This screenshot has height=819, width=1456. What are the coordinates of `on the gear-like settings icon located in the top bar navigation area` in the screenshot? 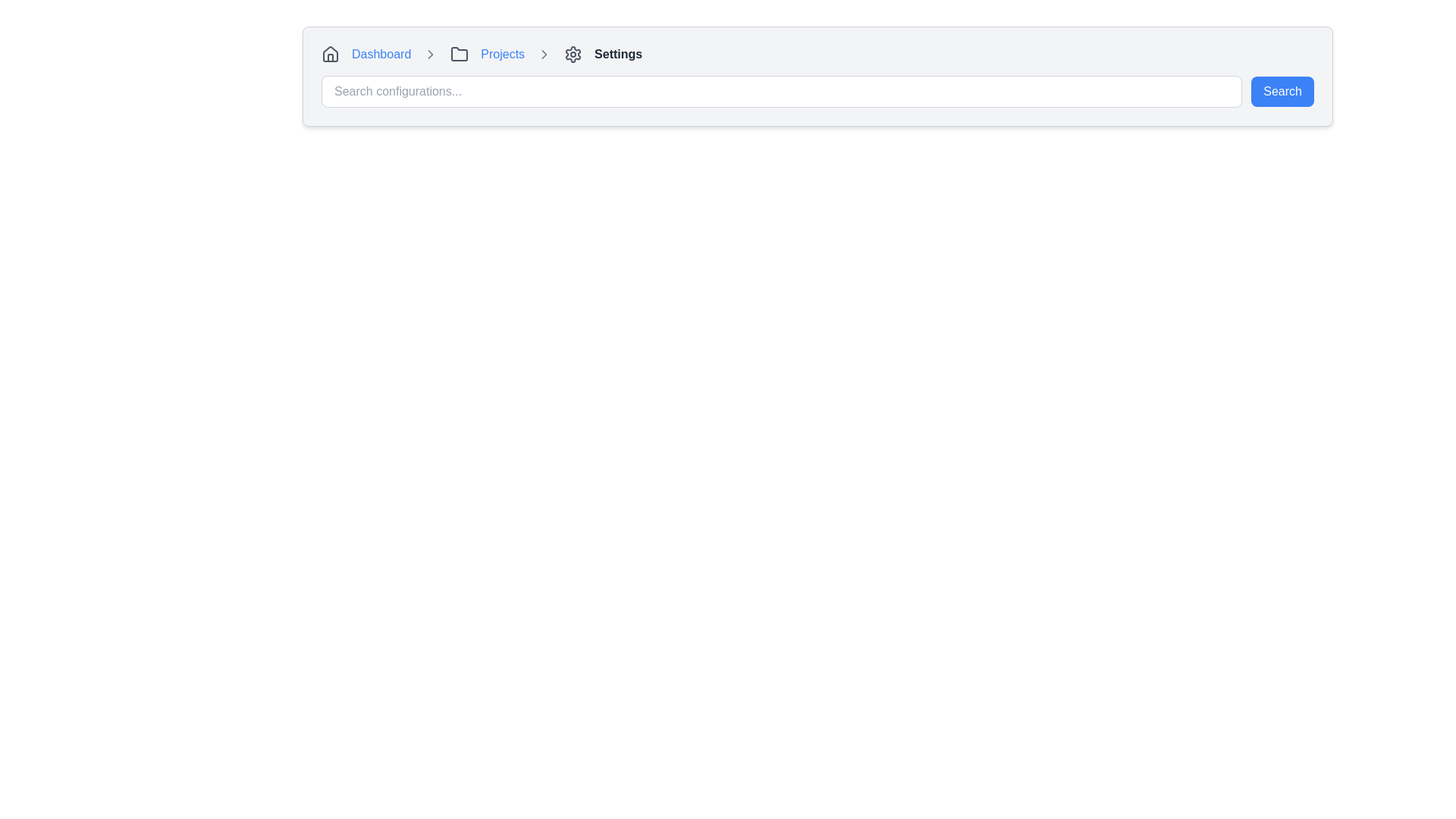 It's located at (573, 54).